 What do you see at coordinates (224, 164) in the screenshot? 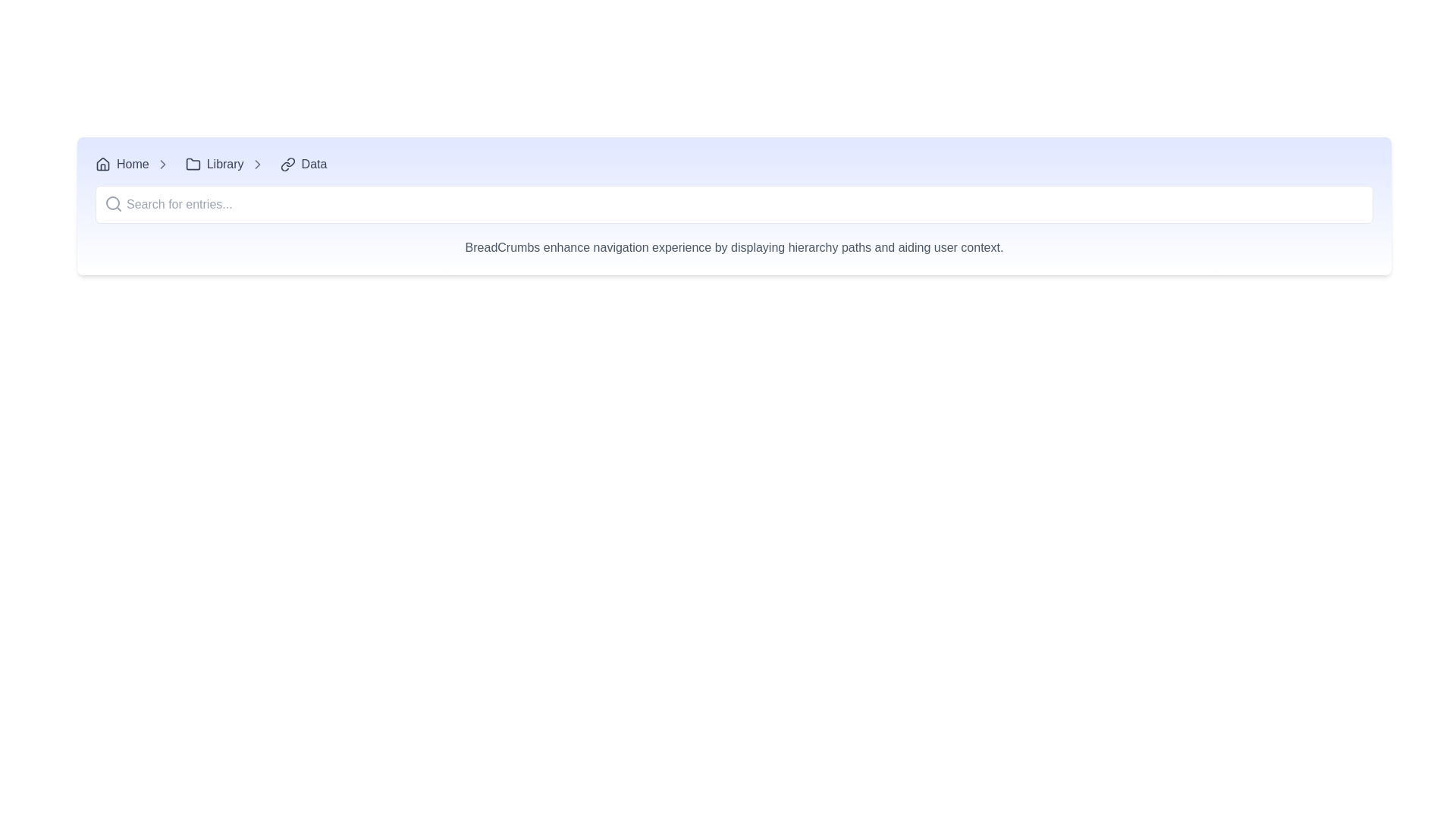
I see `breadcrumb navigation label indicating the current or next navigational step in the hierarchy, located to the right of the folder icon in the navigation bar` at bounding box center [224, 164].